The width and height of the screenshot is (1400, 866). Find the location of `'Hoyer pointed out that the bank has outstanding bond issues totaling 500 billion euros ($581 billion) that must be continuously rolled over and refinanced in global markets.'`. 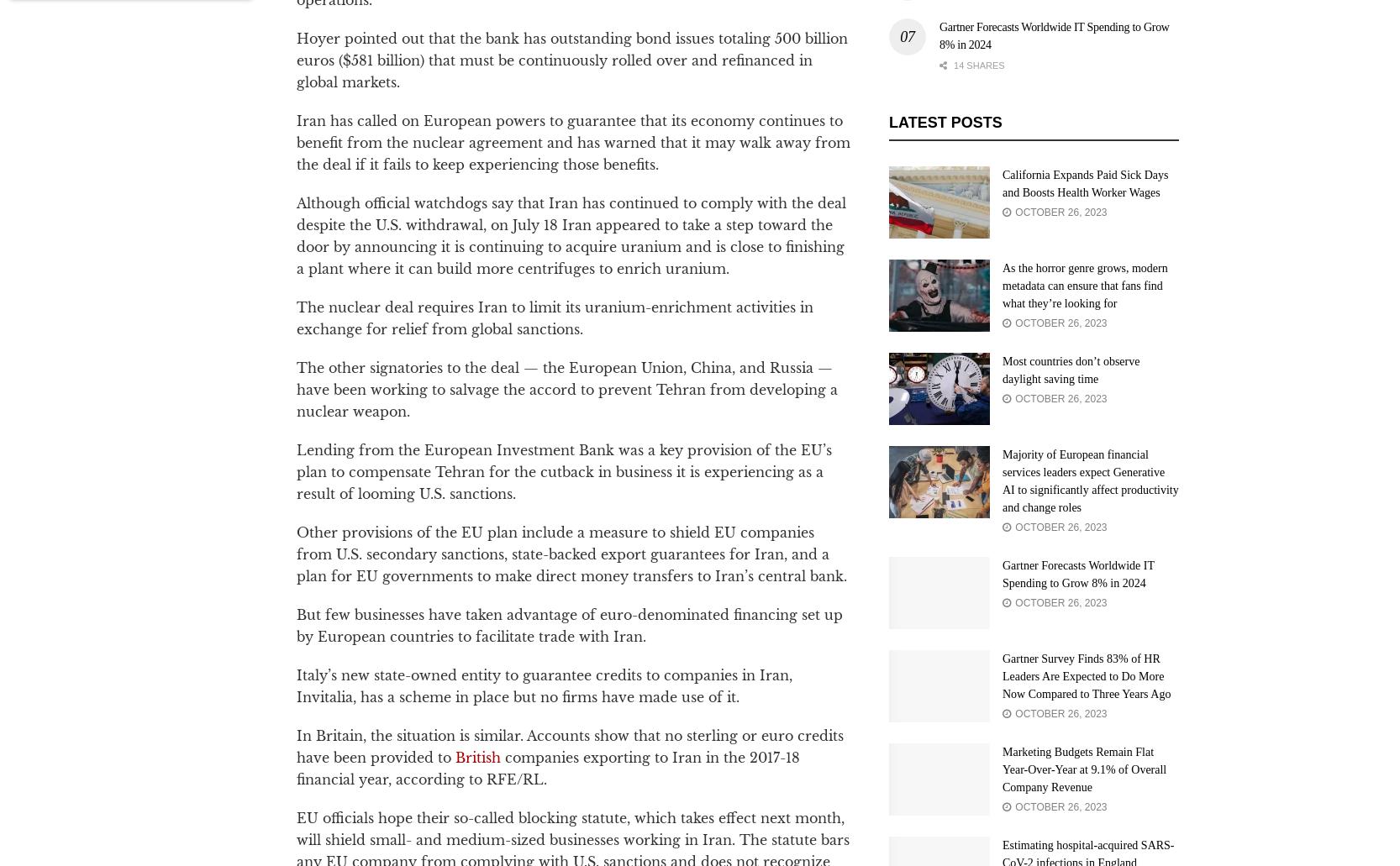

'Hoyer pointed out that the bank has outstanding bond issues totaling 500 billion euros ($581 billion) that must be continuously rolled over and refinanced in global markets.' is located at coordinates (571, 60).